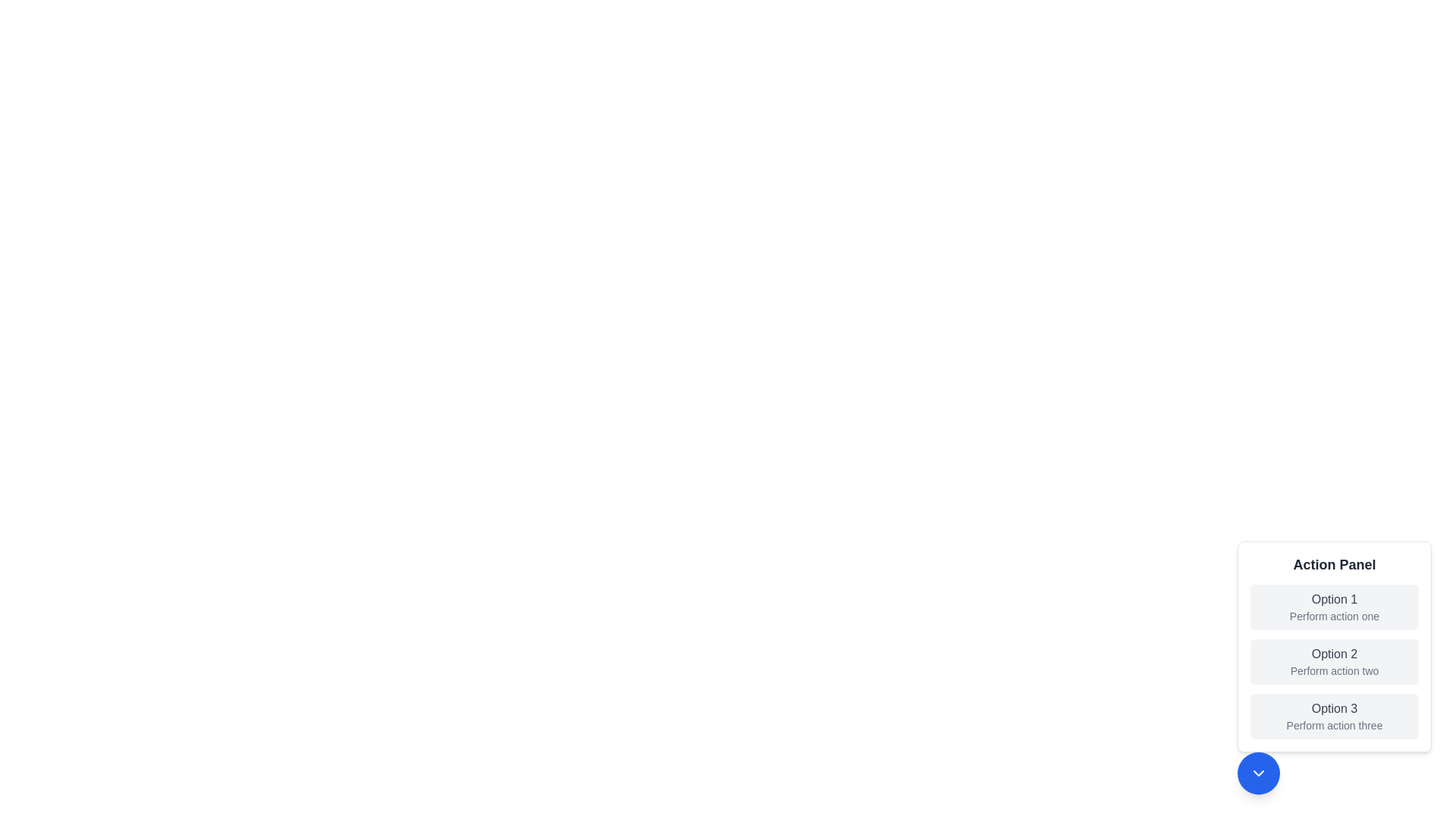  What do you see at coordinates (1335, 607) in the screenshot?
I see `the topmost button in the 'Action Panel' group` at bounding box center [1335, 607].